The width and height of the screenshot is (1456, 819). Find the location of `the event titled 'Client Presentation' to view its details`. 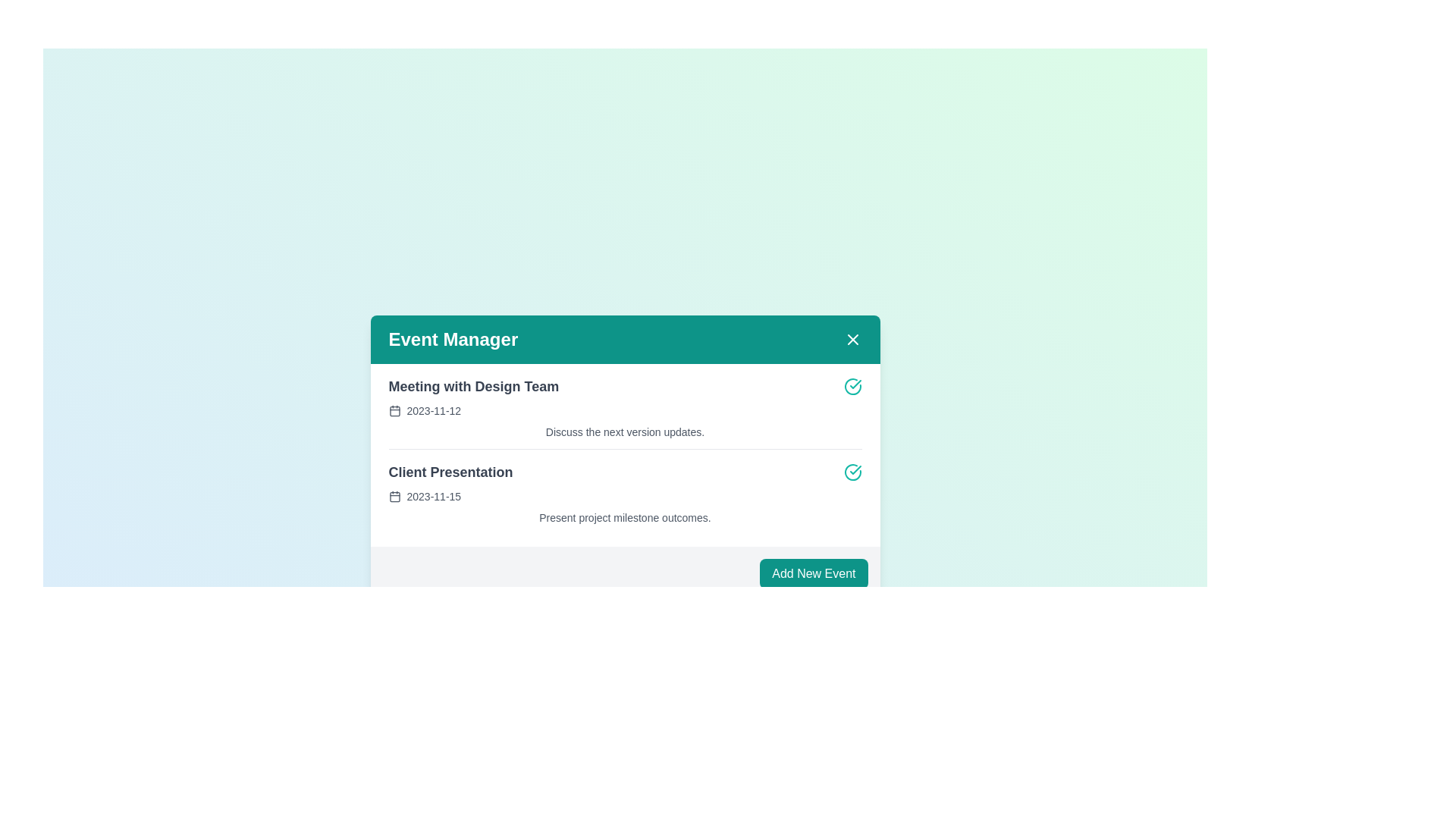

the event titled 'Client Presentation' to view its details is located at coordinates (450, 471).